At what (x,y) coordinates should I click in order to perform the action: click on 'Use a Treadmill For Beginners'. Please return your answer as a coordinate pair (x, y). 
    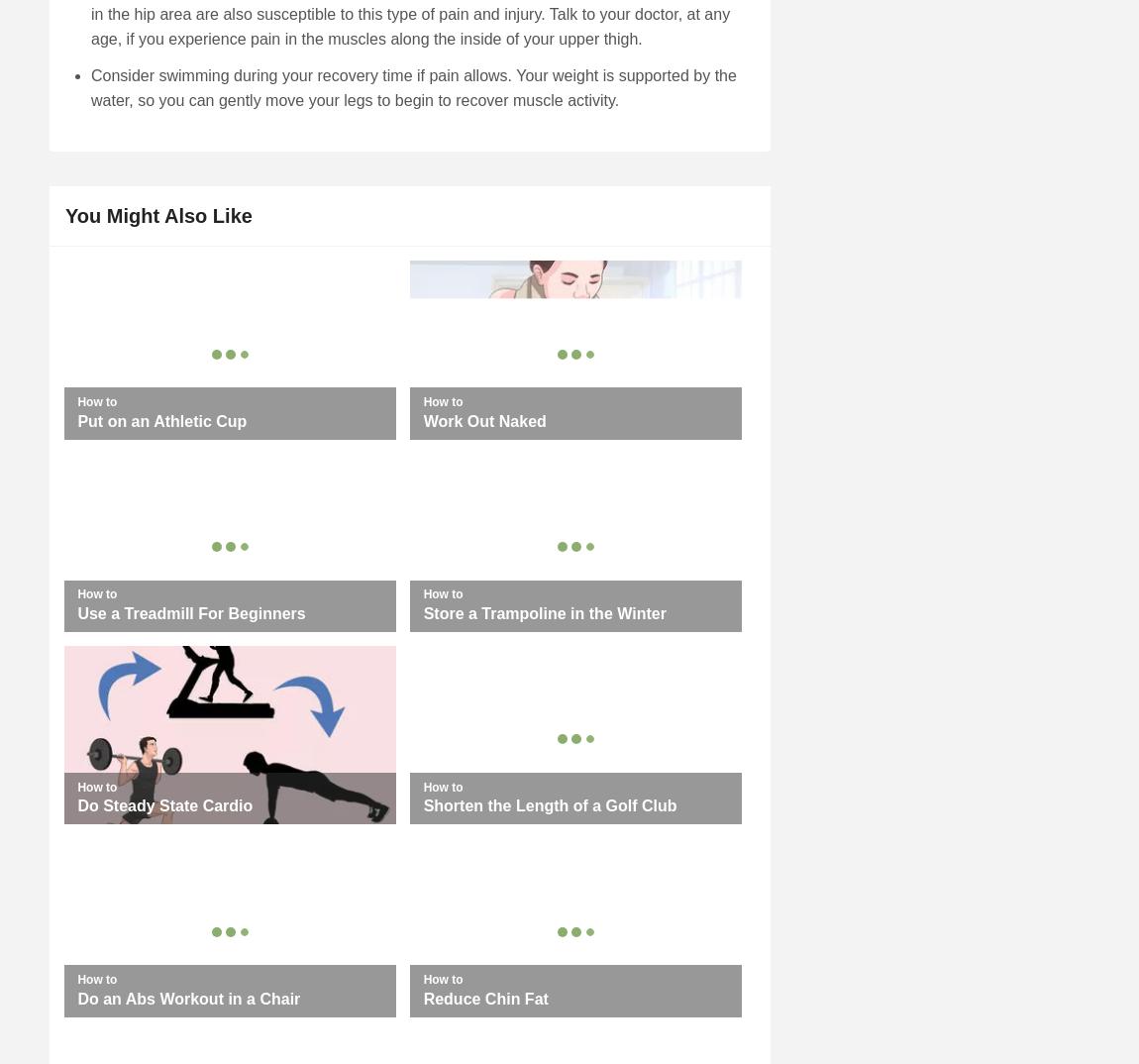
    Looking at the image, I should click on (189, 613).